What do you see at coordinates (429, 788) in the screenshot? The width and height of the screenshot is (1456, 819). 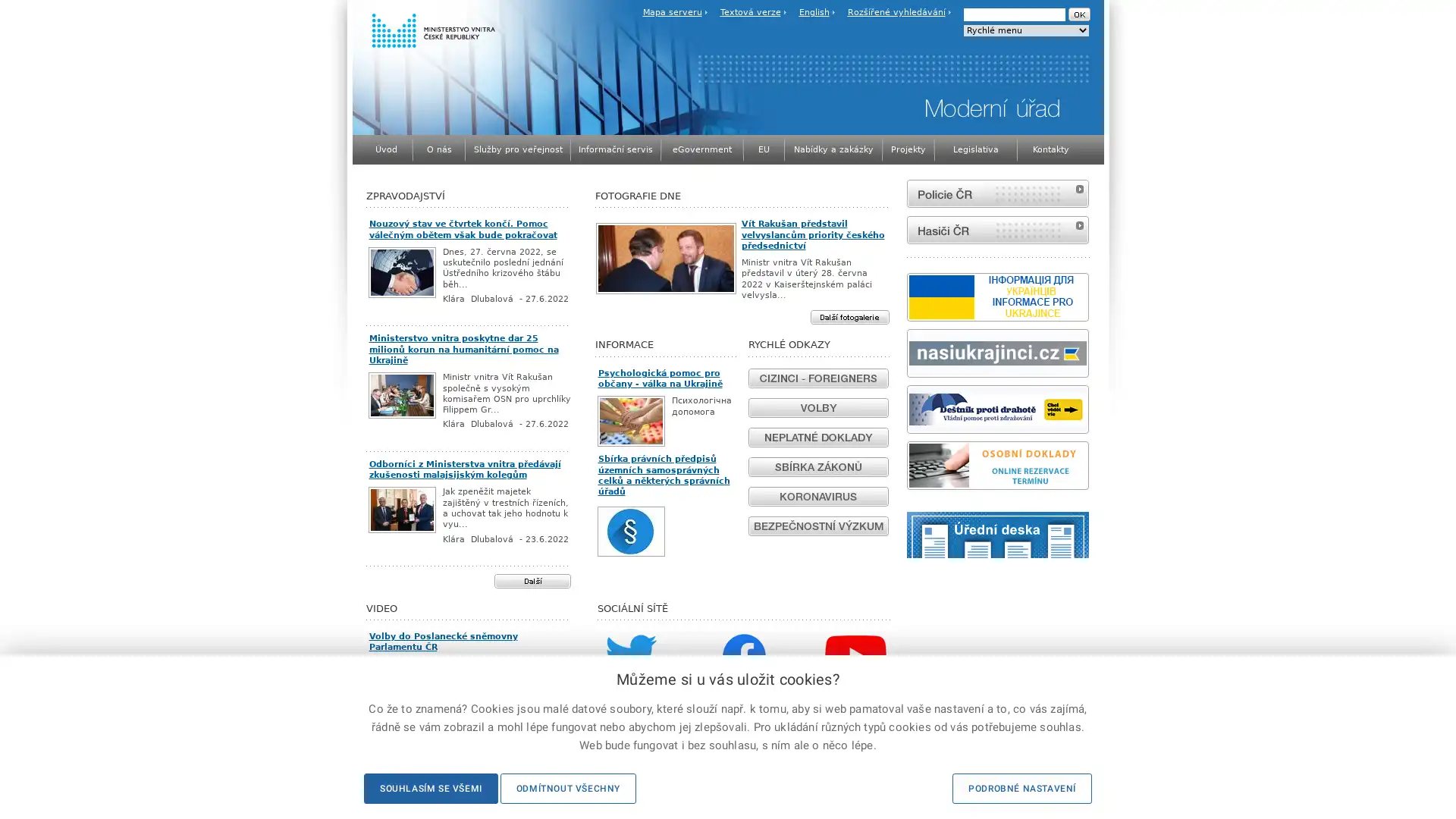 I see `SOUHLASIM SE VSEMI` at bounding box center [429, 788].